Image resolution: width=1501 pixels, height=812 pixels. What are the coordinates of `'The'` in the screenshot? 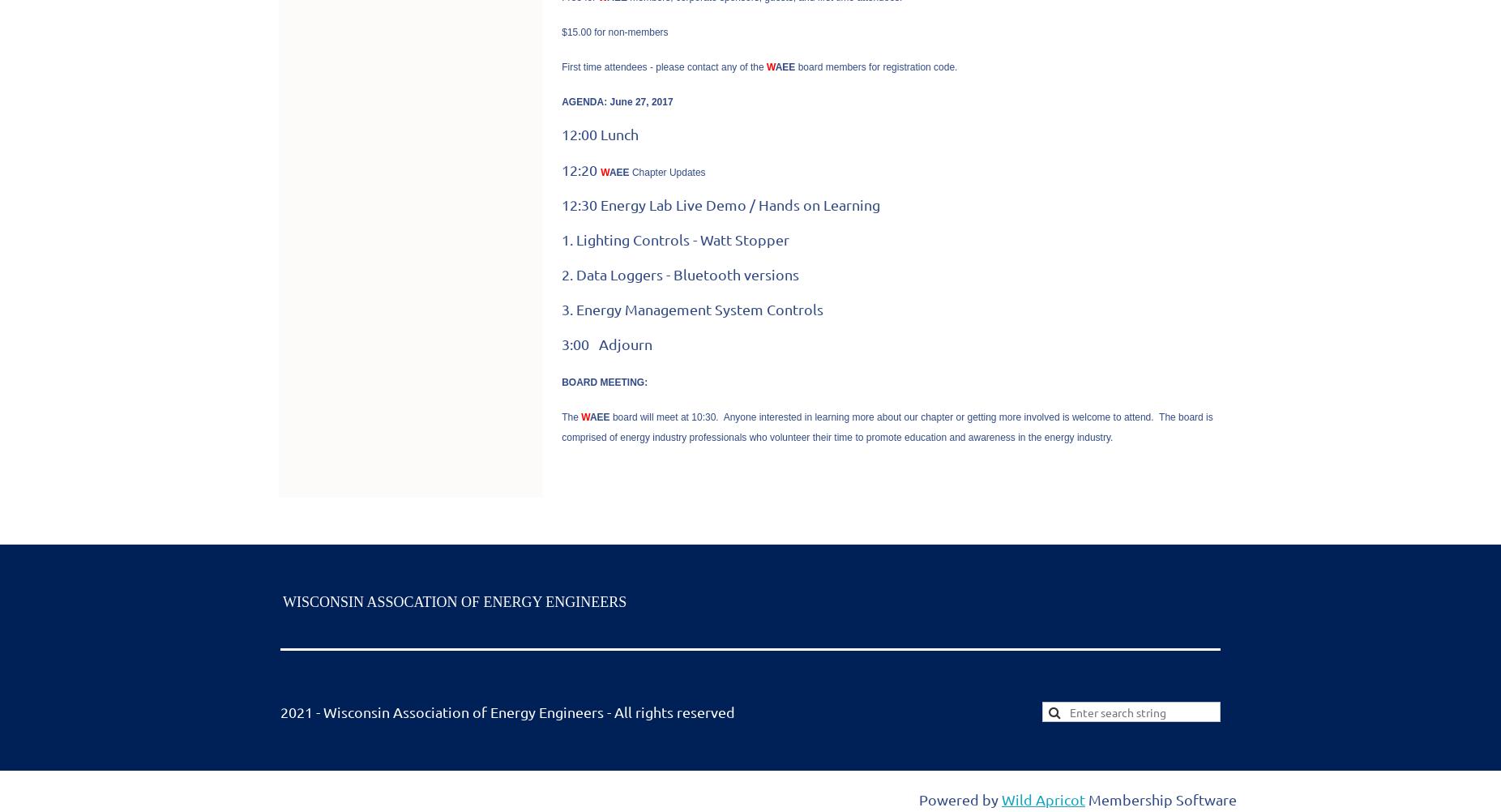 It's located at (571, 417).